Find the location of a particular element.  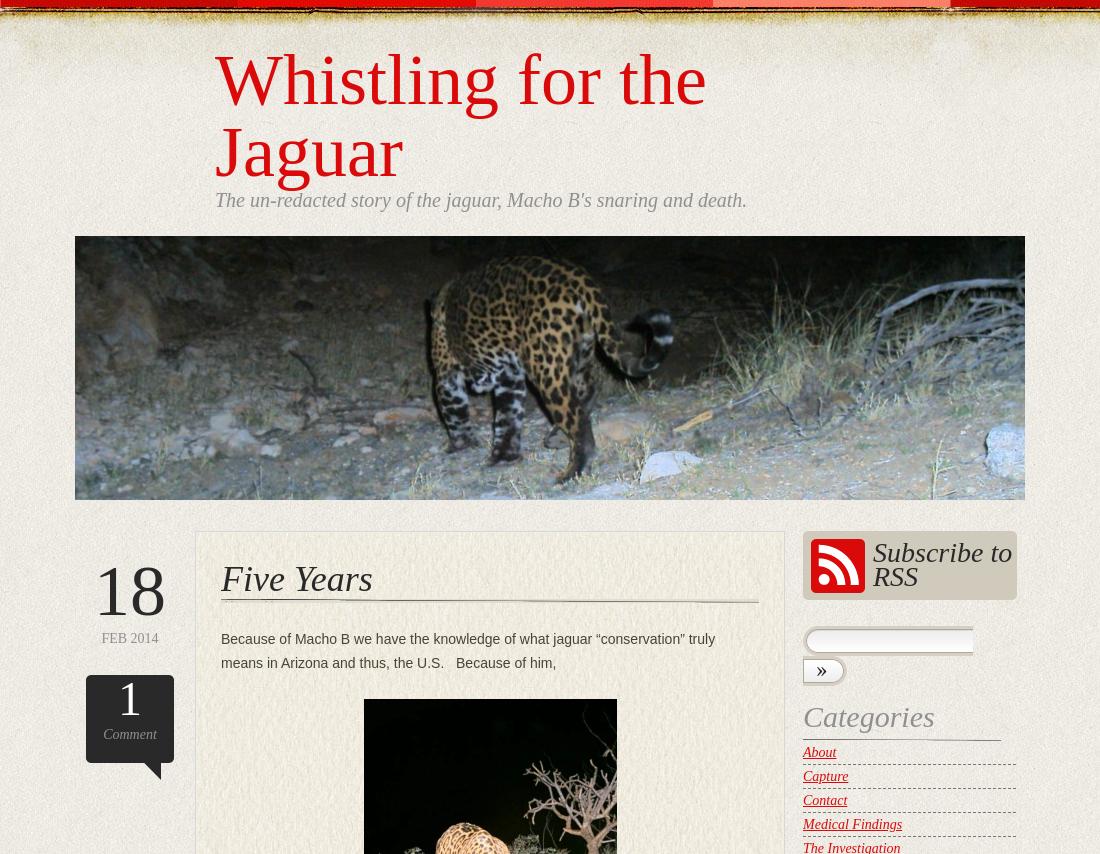

'Categories' is located at coordinates (867, 716).